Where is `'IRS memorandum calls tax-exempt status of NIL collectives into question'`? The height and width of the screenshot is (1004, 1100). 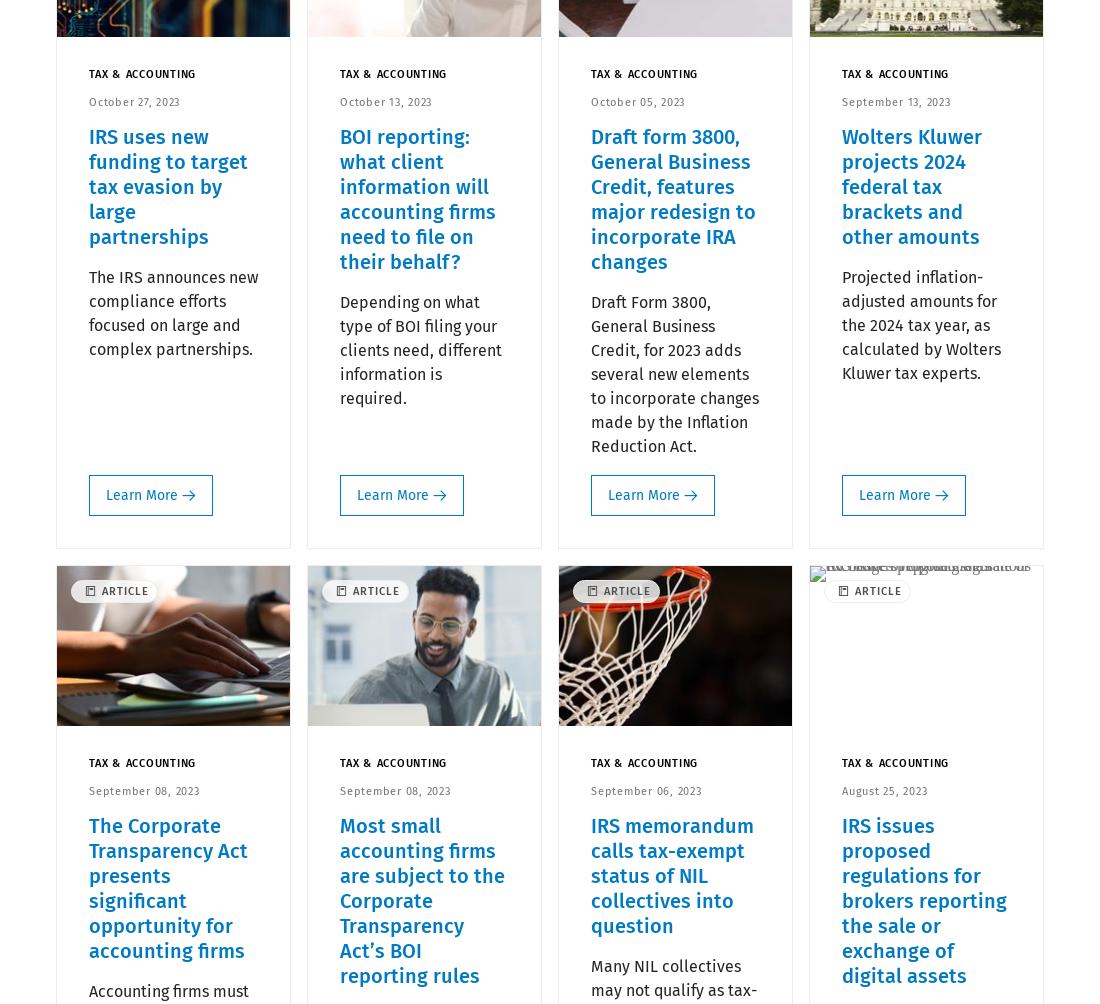
'IRS memorandum calls tax-exempt status of NIL collectives into question' is located at coordinates (672, 874).